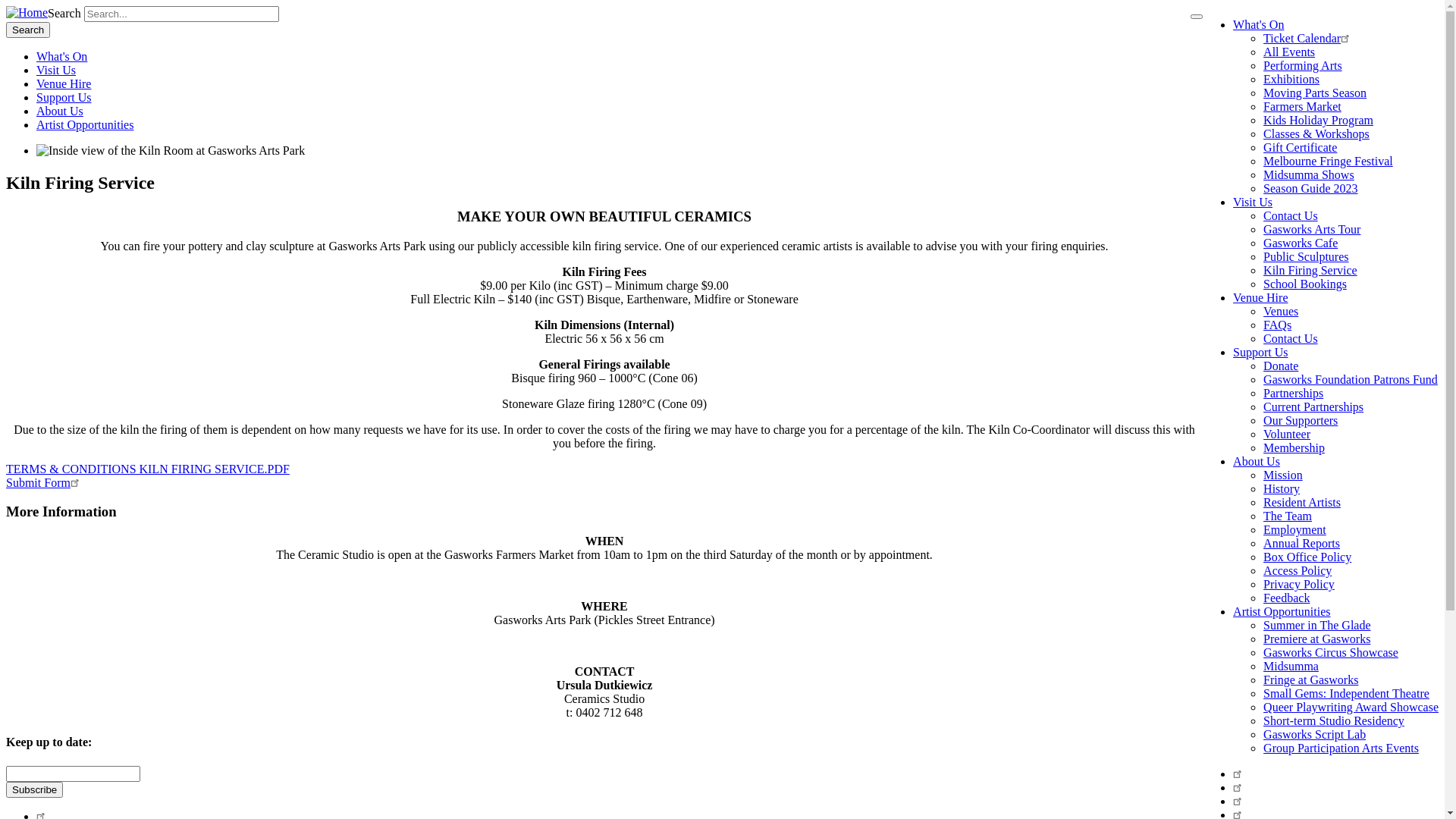 The image size is (1456, 819). Describe the element at coordinates (1296, 570) in the screenshot. I see `'Access Policy'` at that location.